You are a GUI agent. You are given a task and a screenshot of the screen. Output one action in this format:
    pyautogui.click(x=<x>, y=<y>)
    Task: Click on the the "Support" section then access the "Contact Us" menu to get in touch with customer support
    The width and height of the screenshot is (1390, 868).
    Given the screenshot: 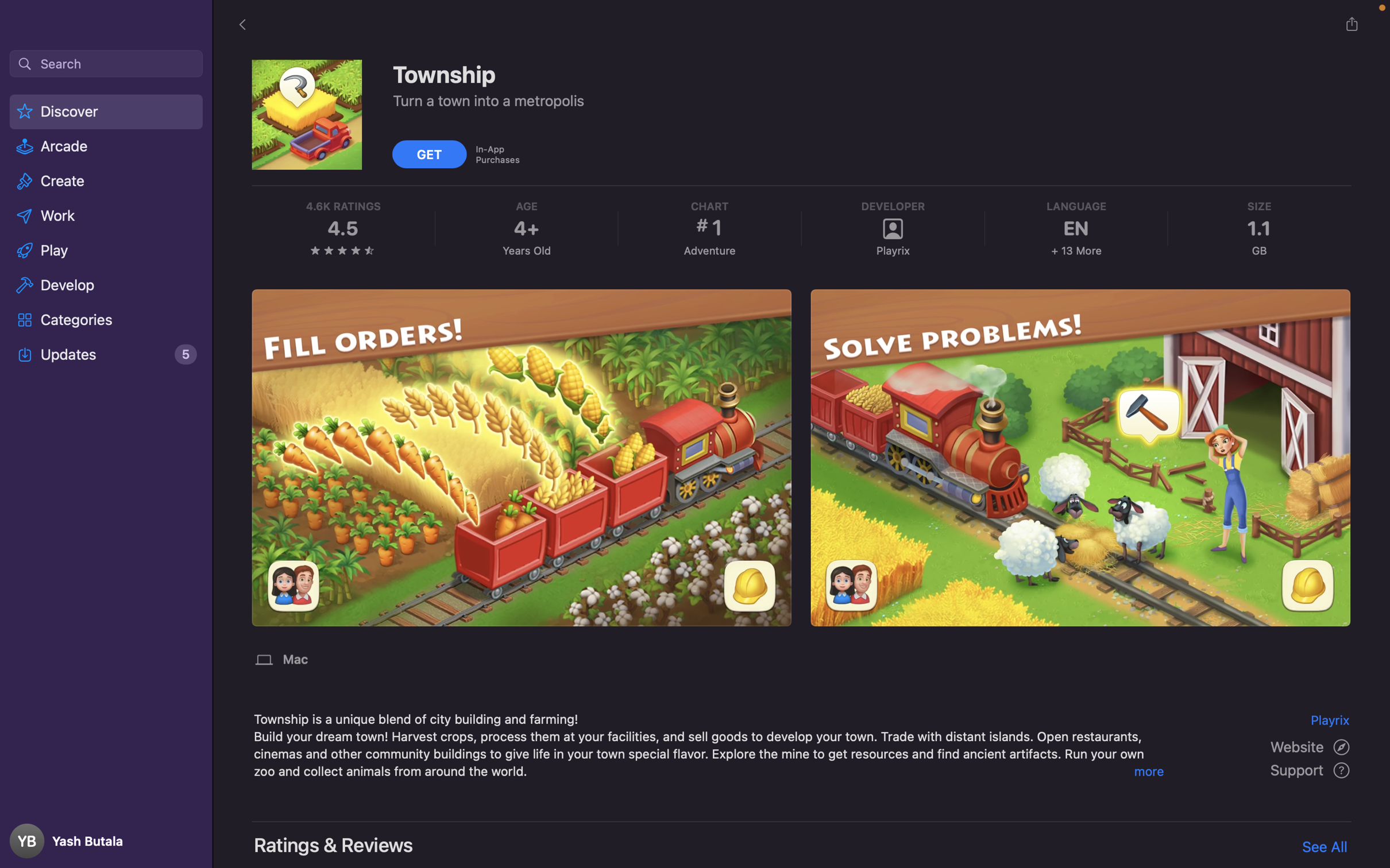 What is the action you would take?
    pyautogui.click(x=1311, y=770)
    